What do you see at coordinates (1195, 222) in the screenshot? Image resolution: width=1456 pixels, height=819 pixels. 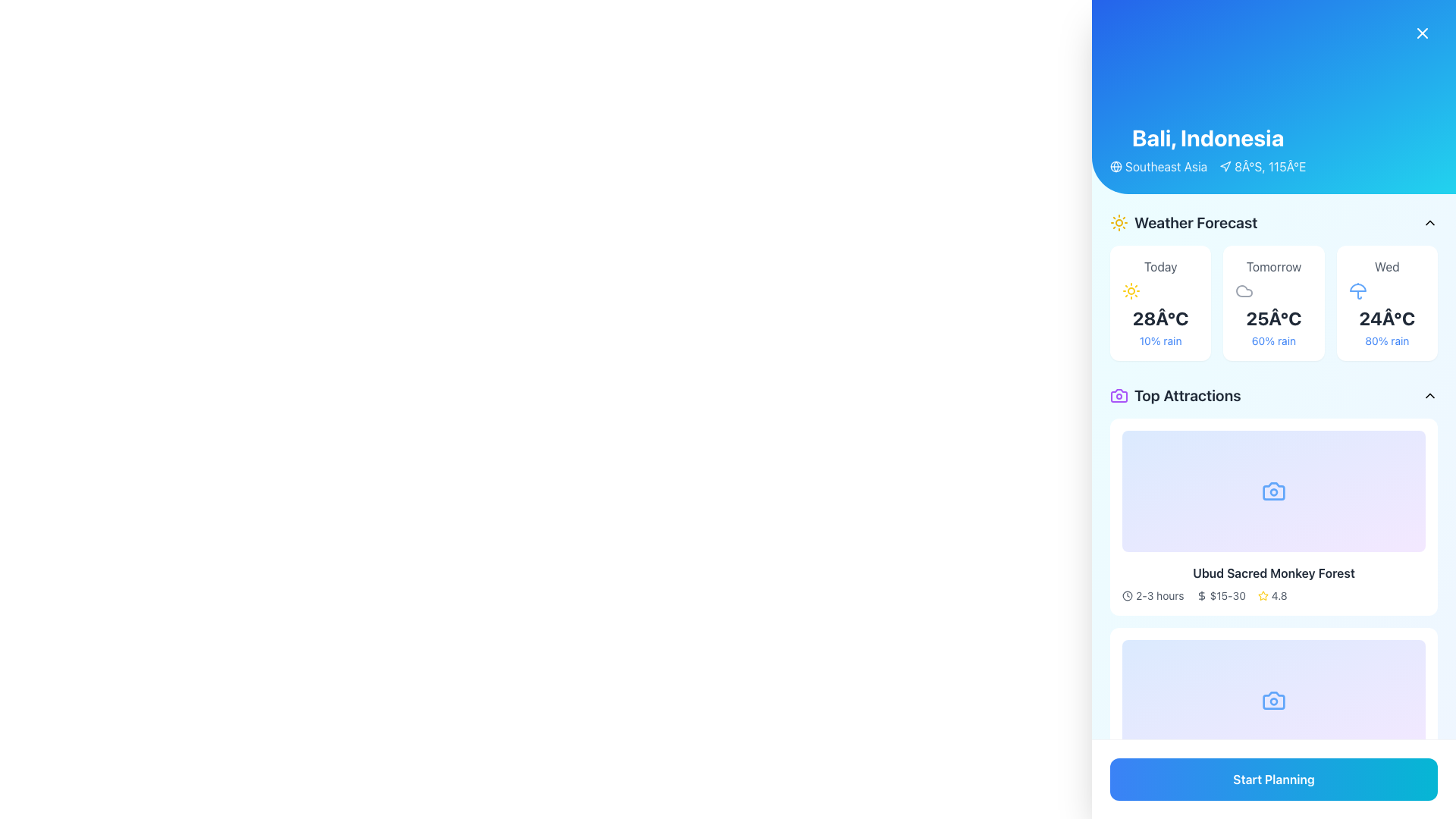 I see `heading element that introduces the weather forecast information, located below the 'Bali, Indonesia' title and to the right of the sun icon` at bounding box center [1195, 222].